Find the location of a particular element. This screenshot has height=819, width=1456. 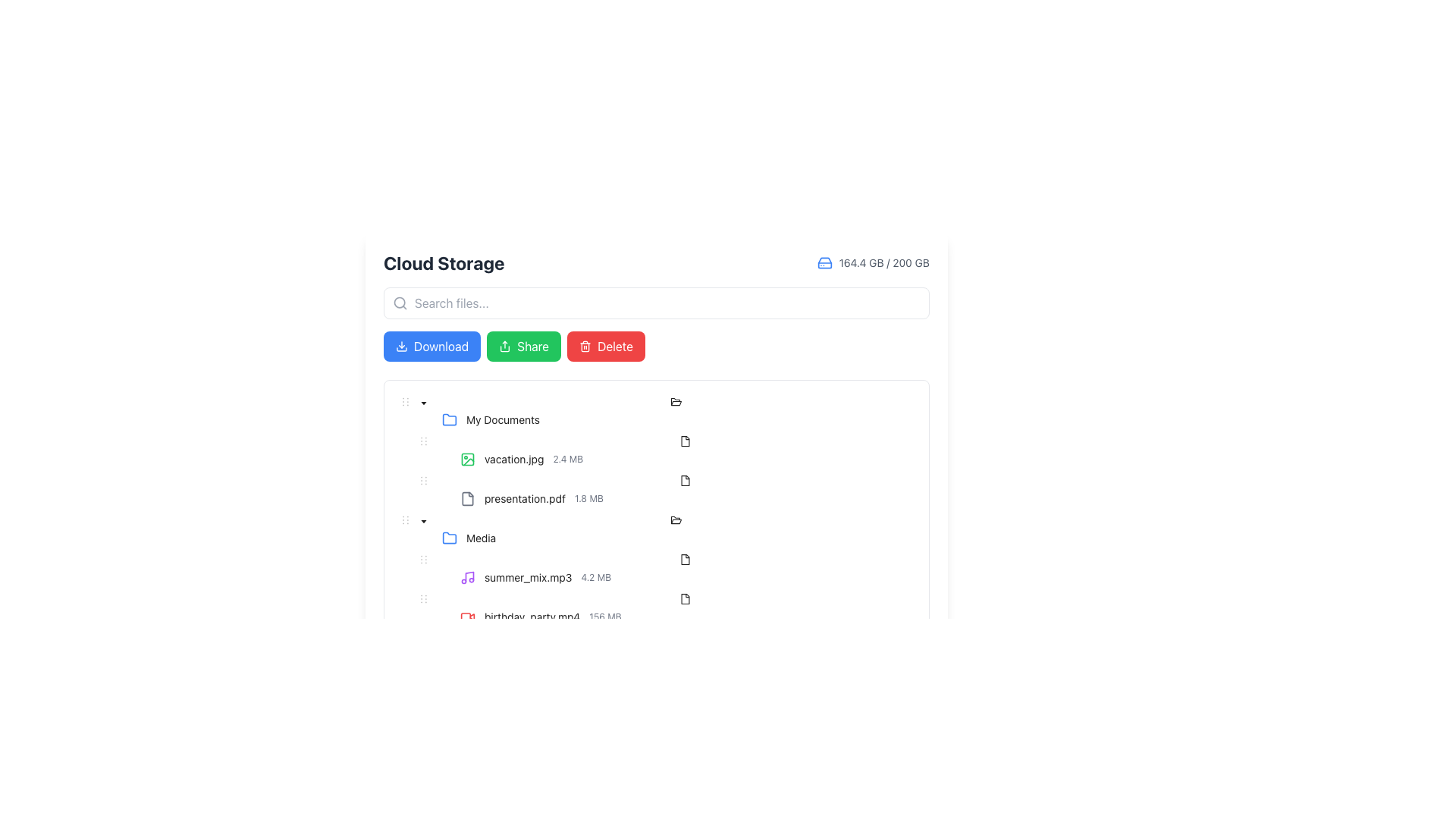

the trashcan icon with a red background located in the 'Delete' button at the far right of the header section is located at coordinates (585, 346).